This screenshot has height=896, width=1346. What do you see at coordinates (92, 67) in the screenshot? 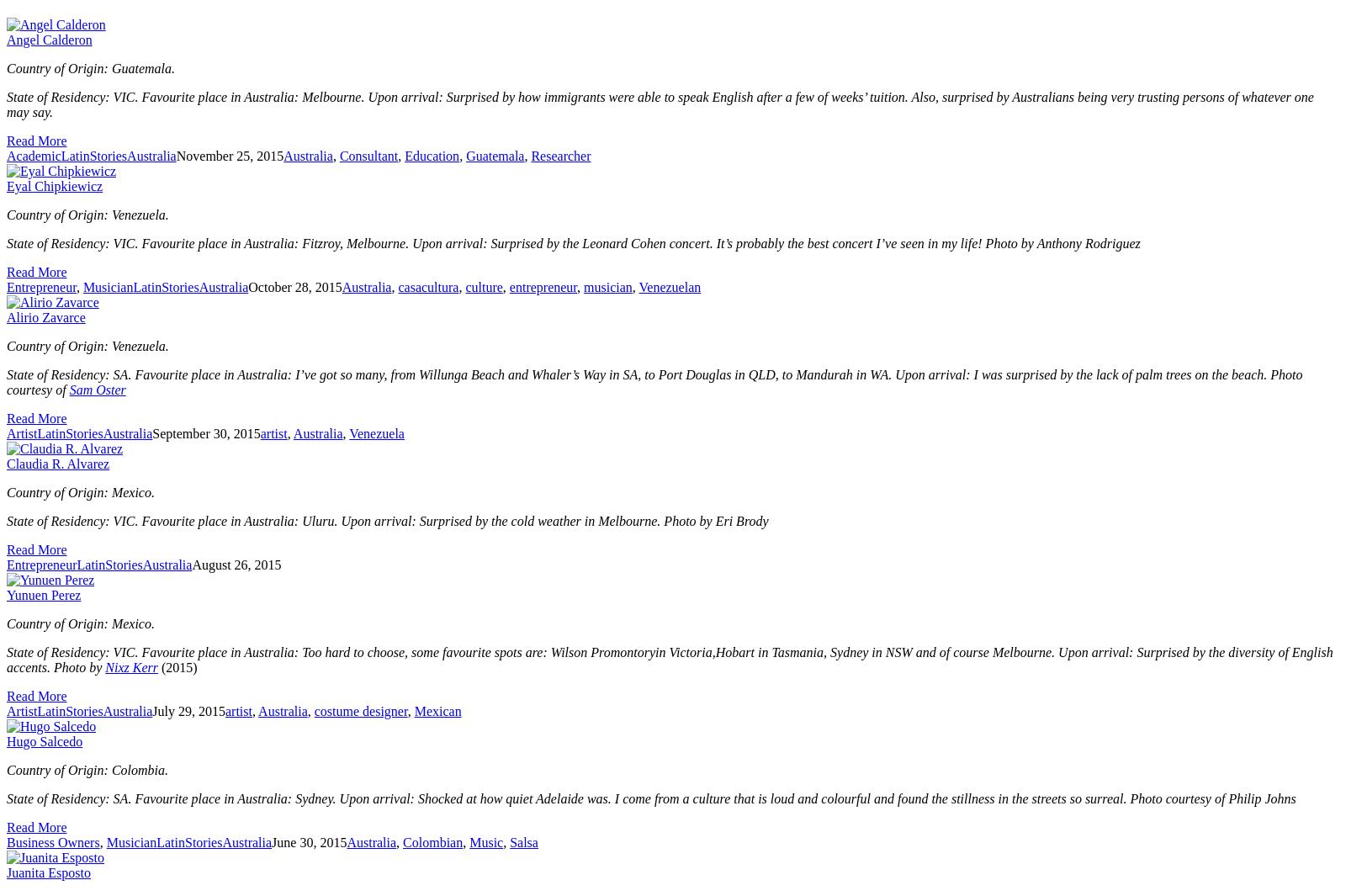
I see `'Country of Origin: Guatemala.'` at bounding box center [92, 67].